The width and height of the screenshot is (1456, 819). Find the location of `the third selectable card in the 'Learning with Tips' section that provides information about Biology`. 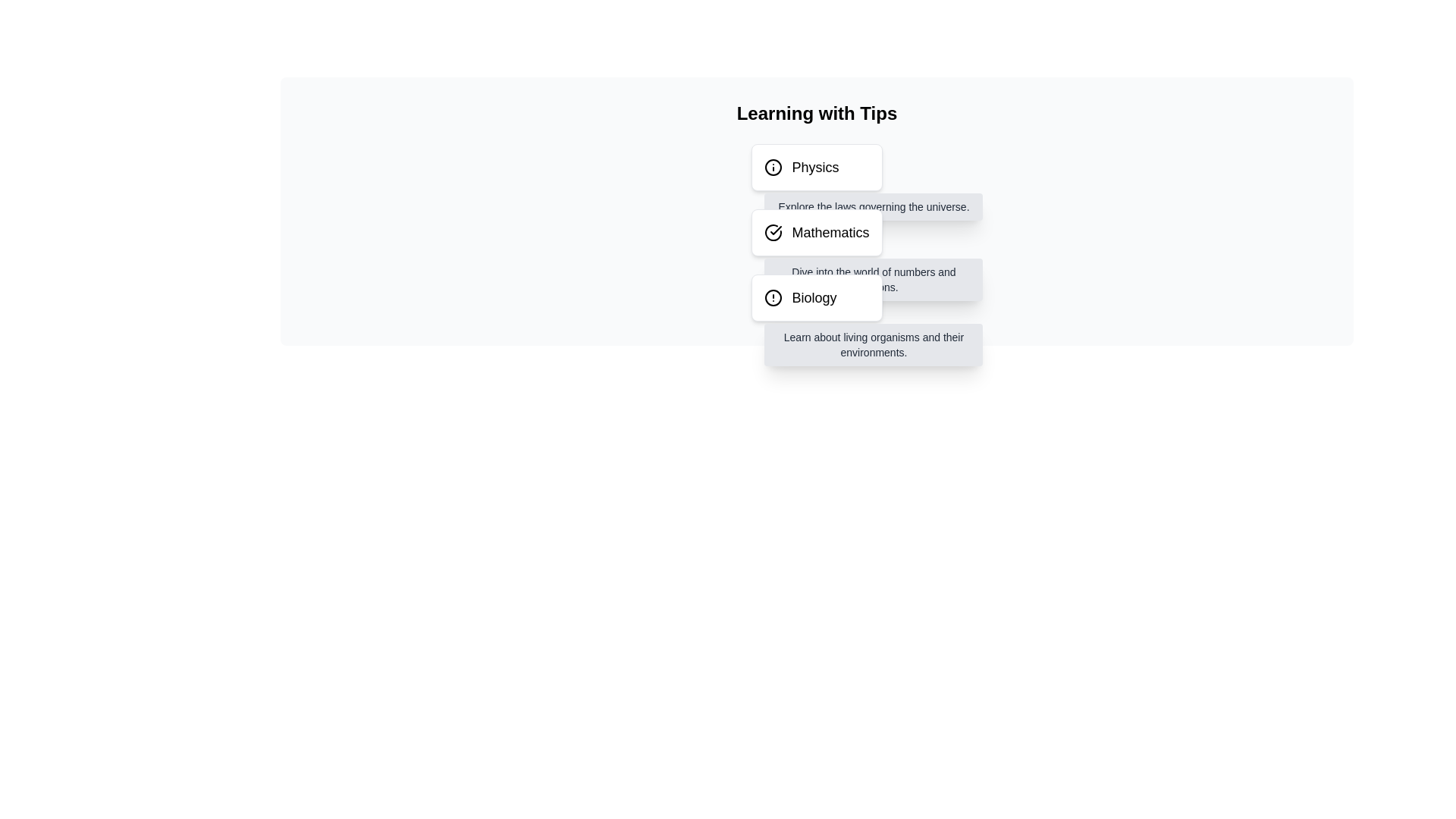

the third selectable card in the 'Learning with Tips' section that provides information about Biology is located at coordinates (816, 298).